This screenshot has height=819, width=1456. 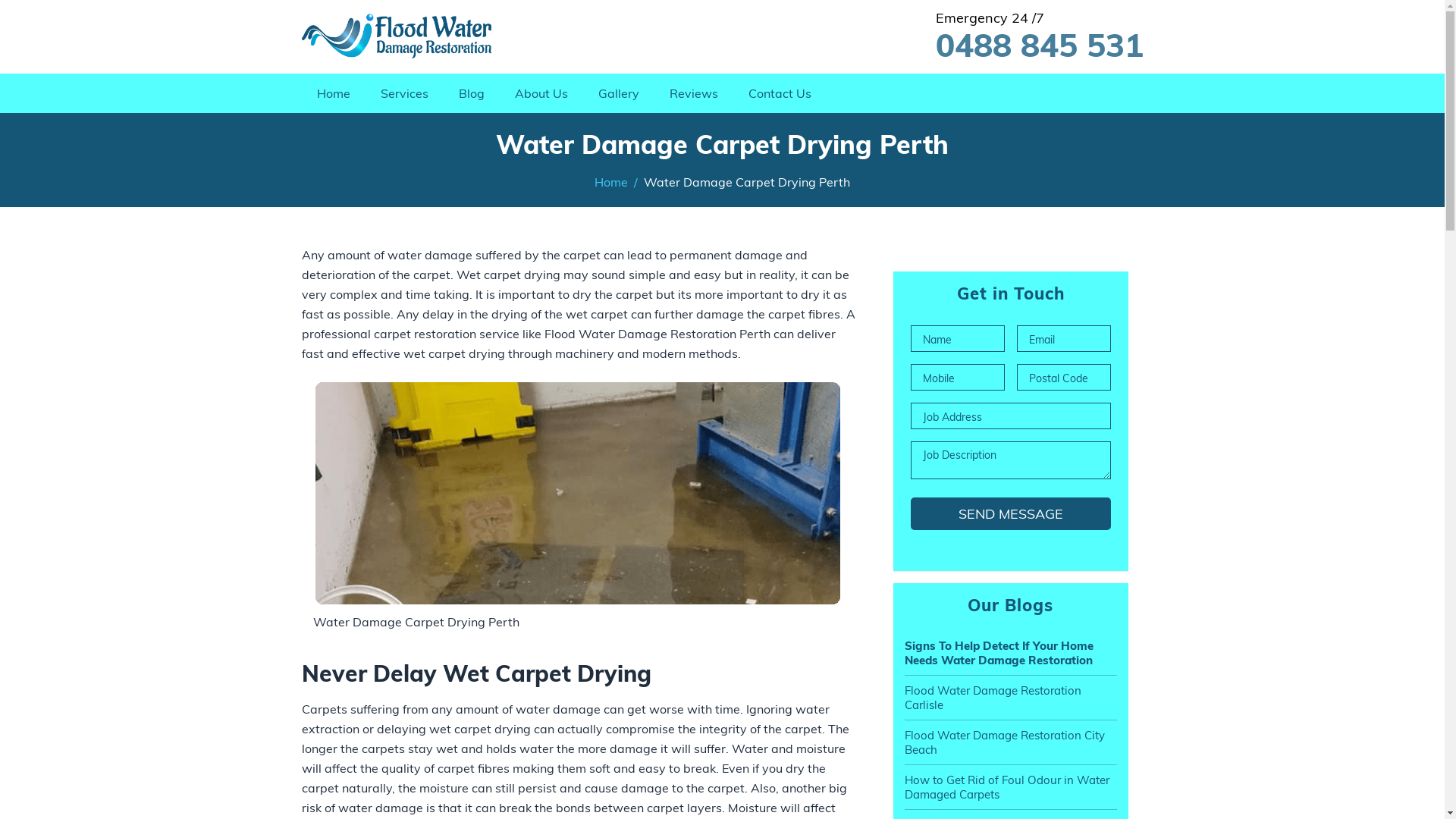 I want to click on 'Flood Water Damage Restoration City Beach', so click(x=1010, y=742).